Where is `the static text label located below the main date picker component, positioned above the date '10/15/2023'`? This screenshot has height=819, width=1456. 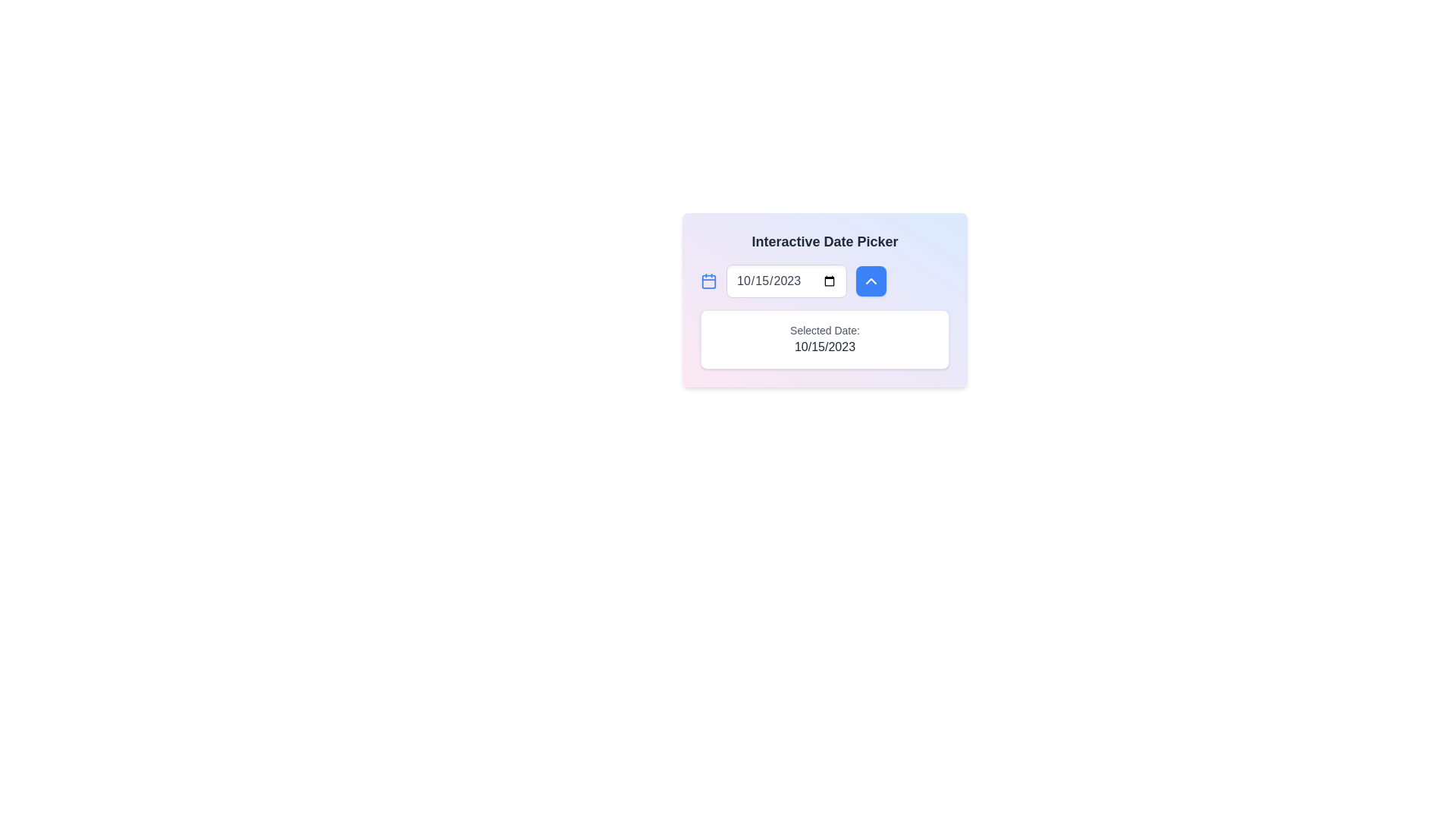
the static text label located below the main date picker component, positioned above the date '10/15/2023' is located at coordinates (824, 329).